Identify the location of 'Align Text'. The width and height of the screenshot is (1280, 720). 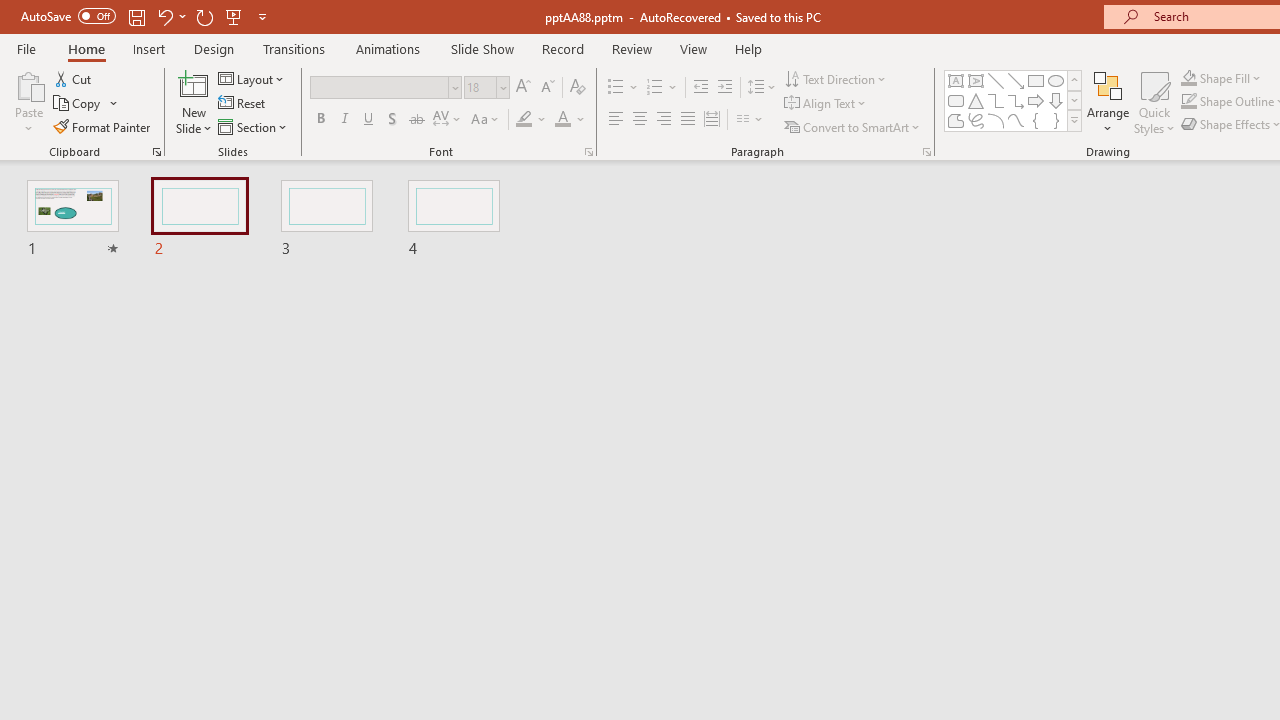
(826, 103).